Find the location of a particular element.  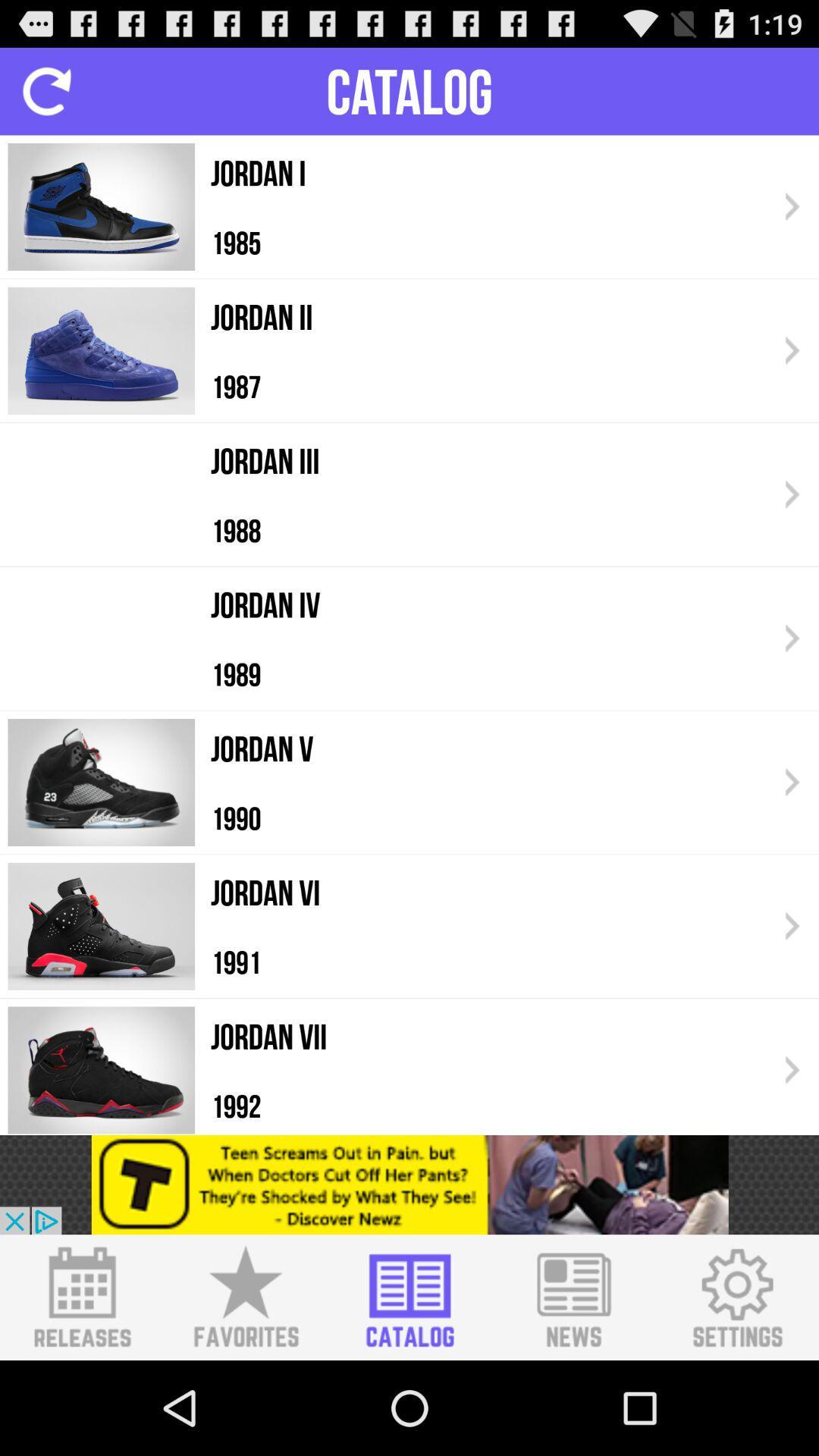

to replay is located at coordinates (45, 90).